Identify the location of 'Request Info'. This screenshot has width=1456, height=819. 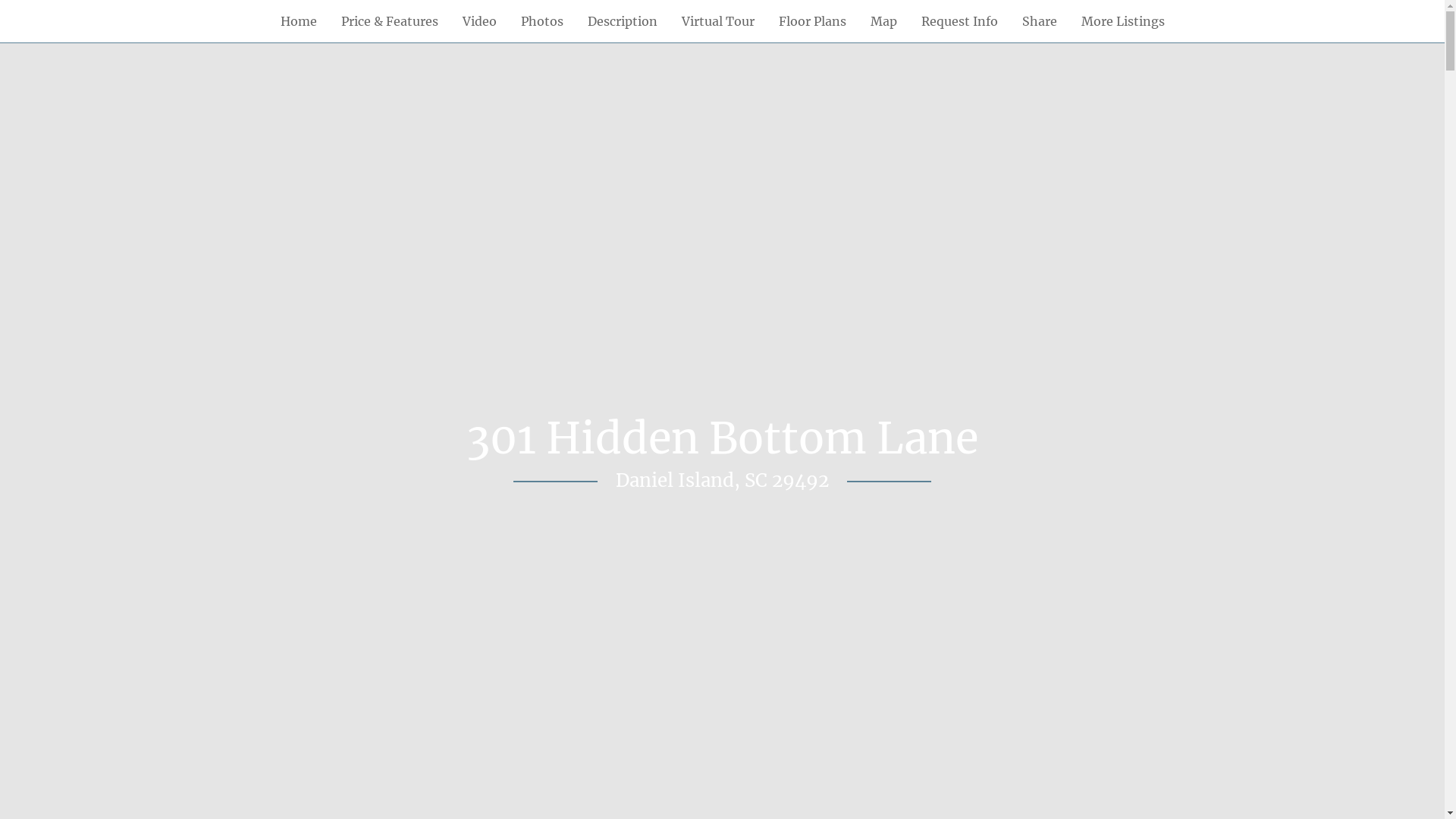
(958, 20).